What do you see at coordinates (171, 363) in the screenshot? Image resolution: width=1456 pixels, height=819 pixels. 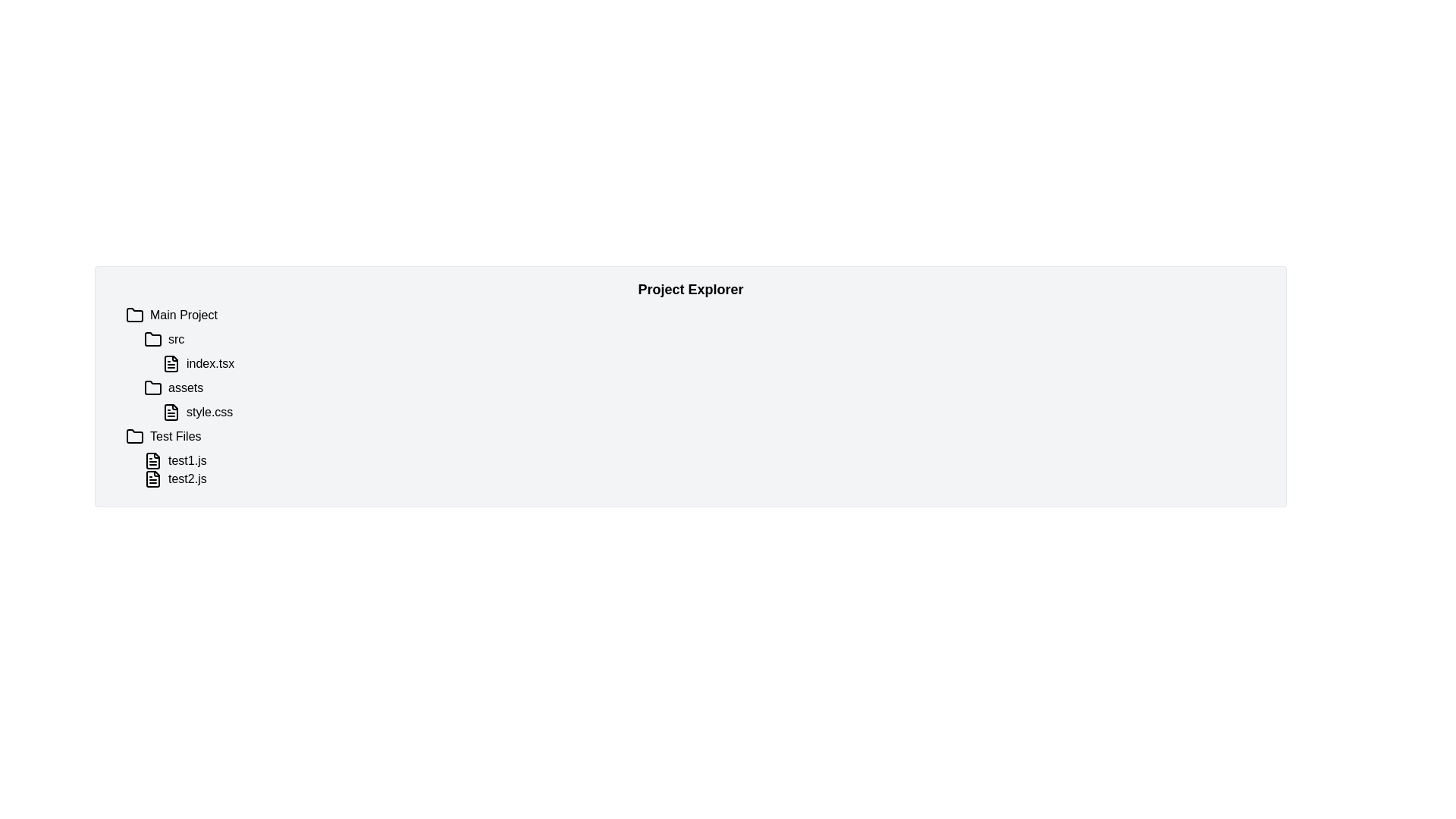 I see `the icon resembling a document with lines of text, which is positioned to the left of the 'index.tsx' text in the 'src' folder of the 'Main Project'` at bounding box center [171, 363].